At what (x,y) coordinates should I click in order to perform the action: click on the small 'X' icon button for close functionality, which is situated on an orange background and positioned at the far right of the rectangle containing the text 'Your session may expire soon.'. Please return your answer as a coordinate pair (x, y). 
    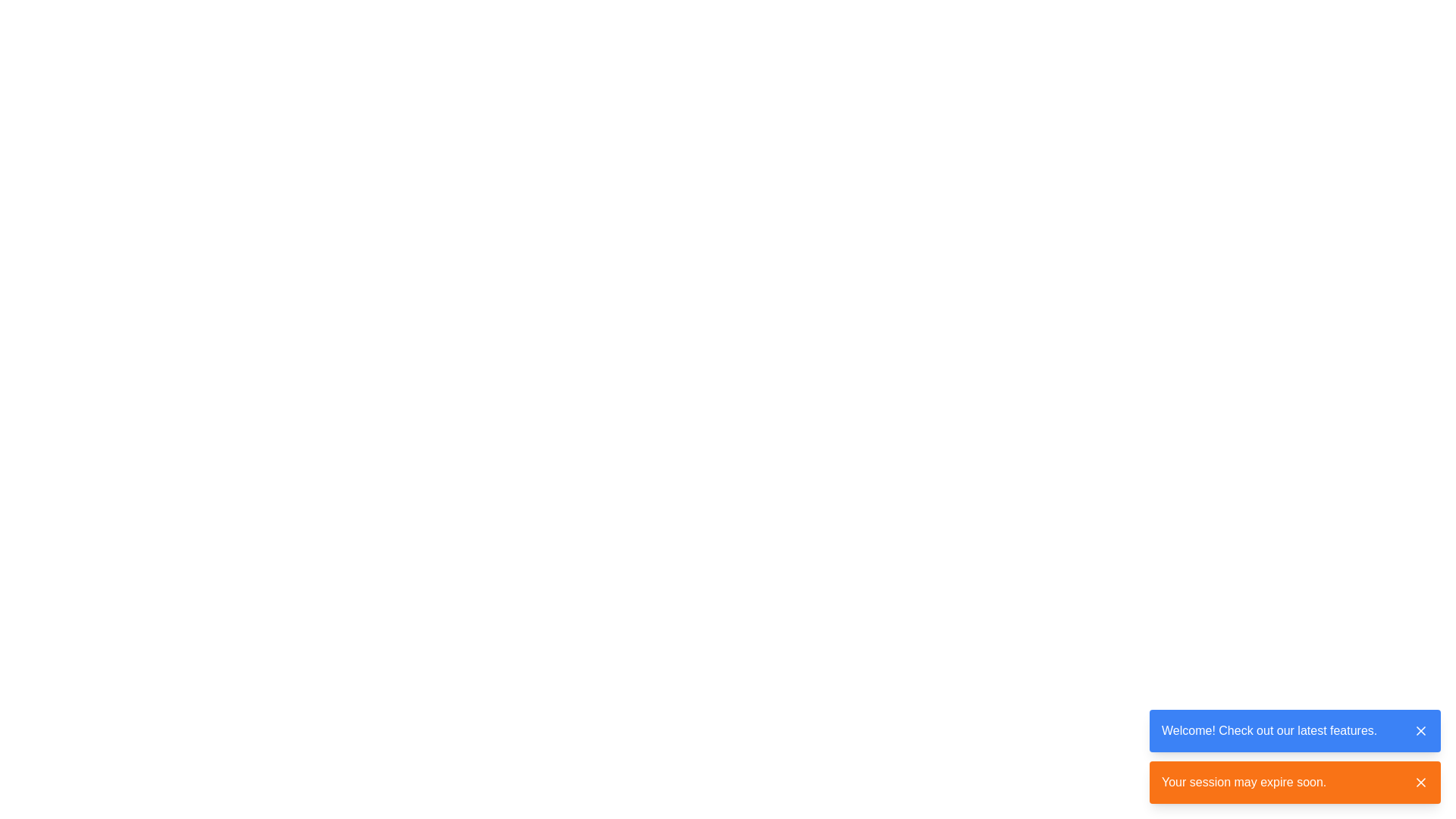
    Looking at the image, I should click on (1420, 783).